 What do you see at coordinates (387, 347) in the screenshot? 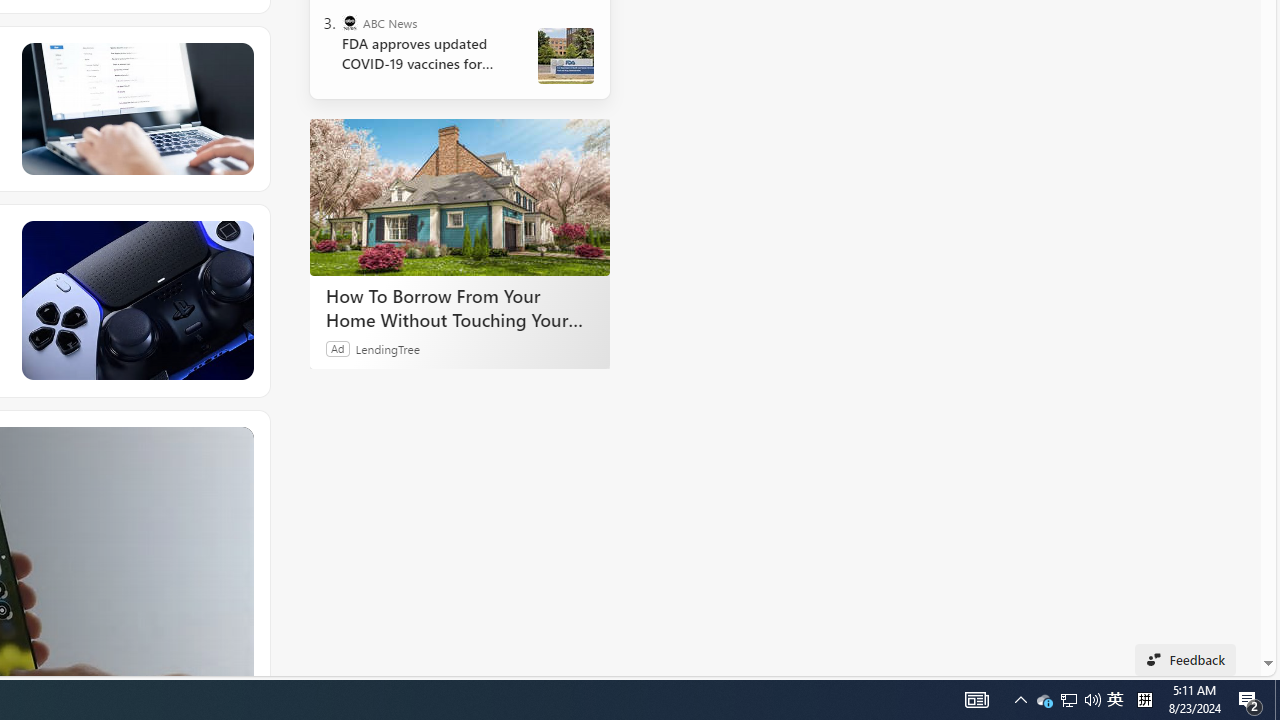
I see `'LendingTree'` at bounding box center [387, 347].